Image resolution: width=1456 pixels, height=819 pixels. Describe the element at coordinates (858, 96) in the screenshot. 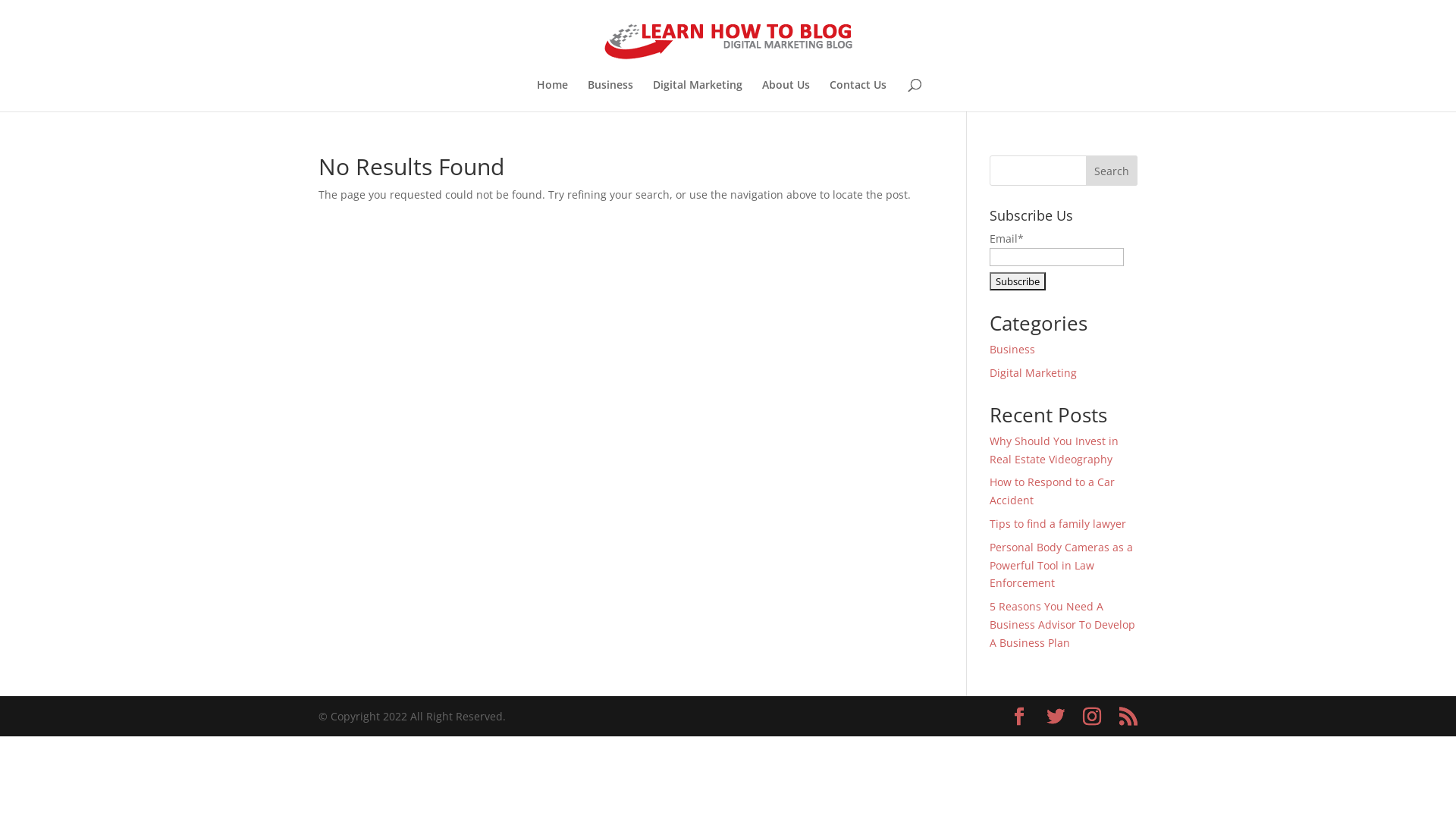

I see `'Contact Us'` at that location.